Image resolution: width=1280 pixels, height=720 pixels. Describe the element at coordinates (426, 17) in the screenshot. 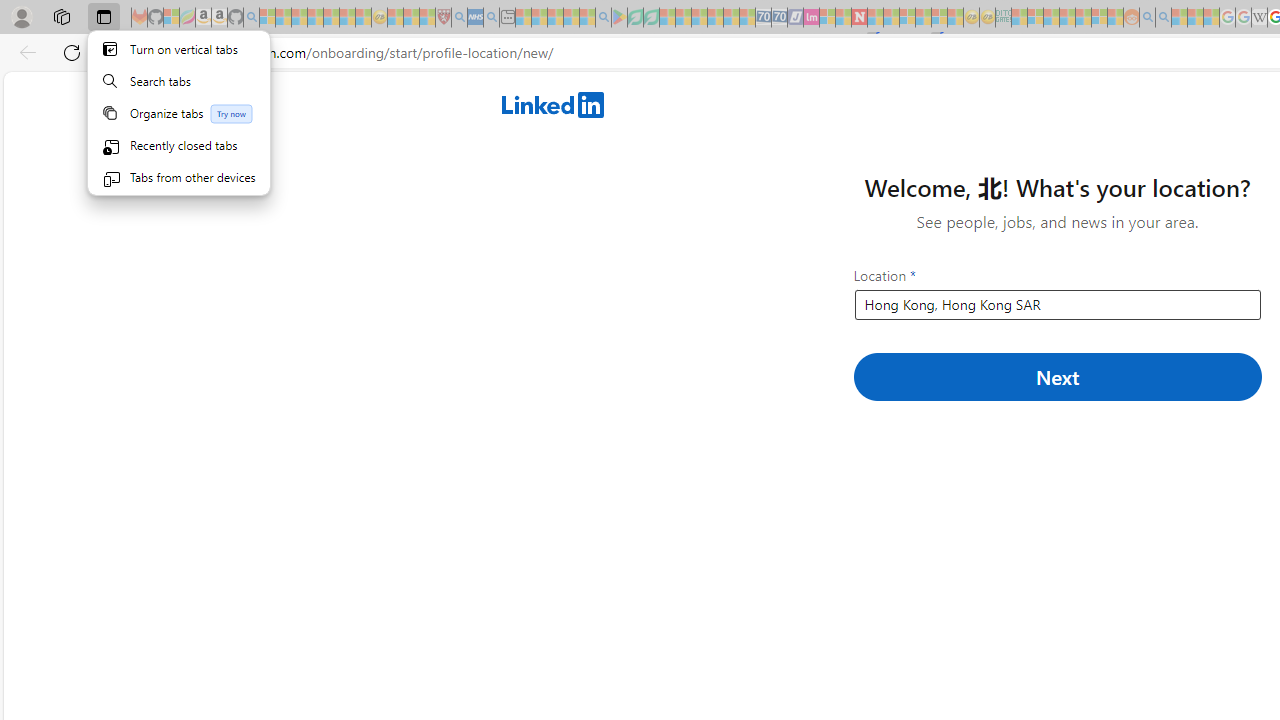

I see `'Local - MSN - Sleeping'` at that location.